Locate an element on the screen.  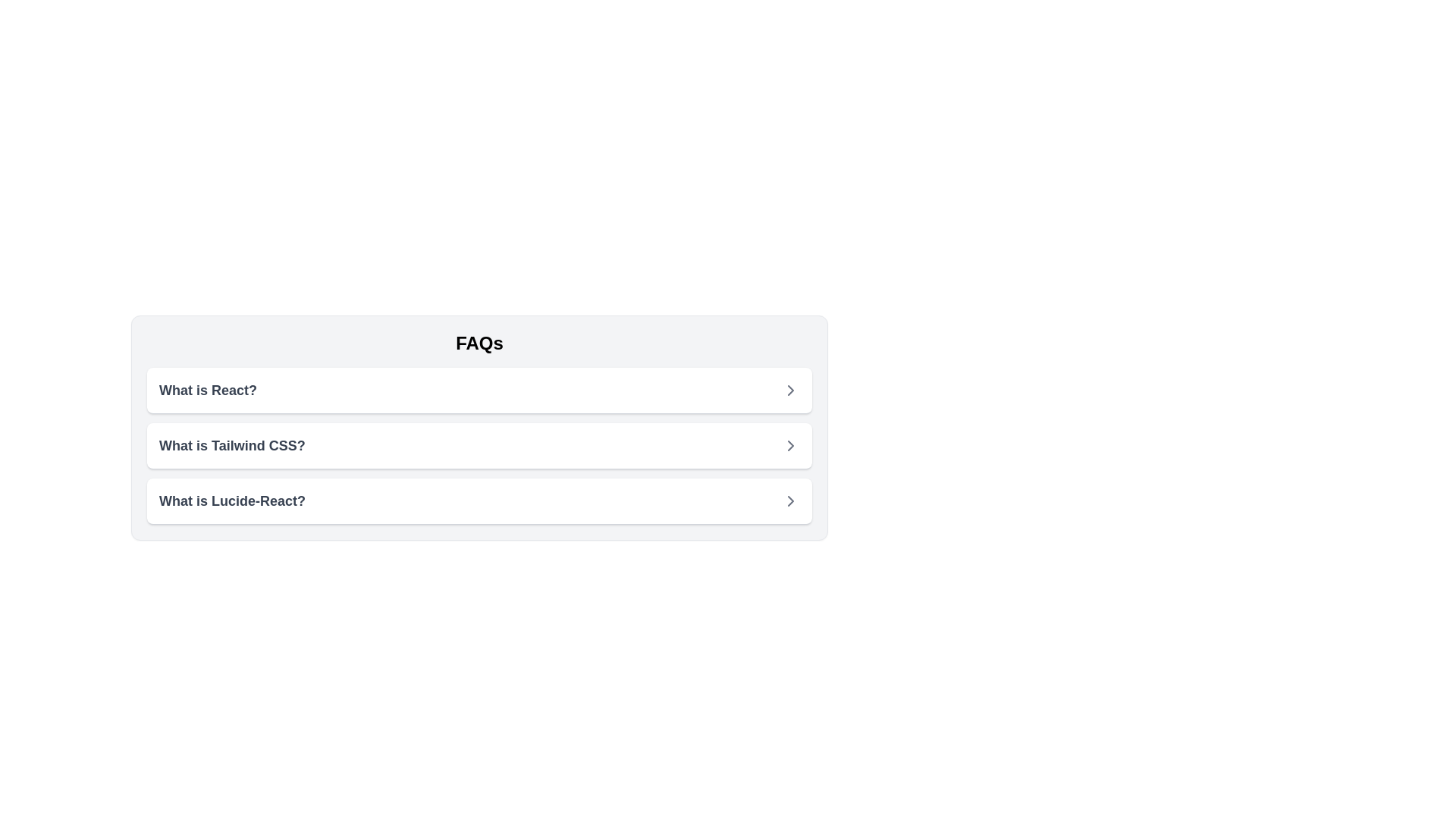
the third clickable list item in the FAQ list is located at coordinates (479, 500).